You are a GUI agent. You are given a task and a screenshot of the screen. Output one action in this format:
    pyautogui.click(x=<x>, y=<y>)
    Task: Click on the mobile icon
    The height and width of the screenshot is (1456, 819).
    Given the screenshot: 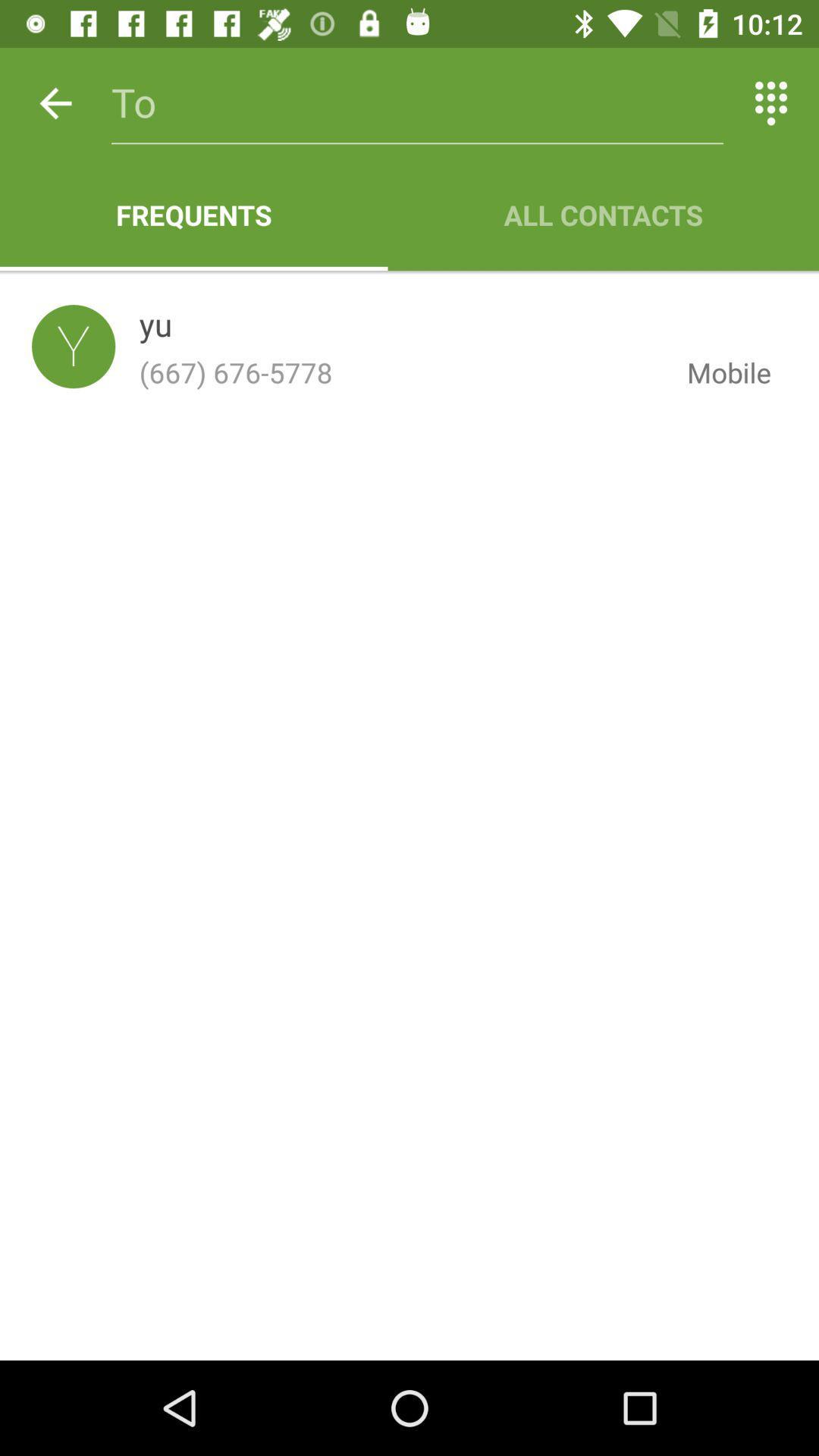 What is the action you would take?
    pyautogui.click(x=717, y=372)
    